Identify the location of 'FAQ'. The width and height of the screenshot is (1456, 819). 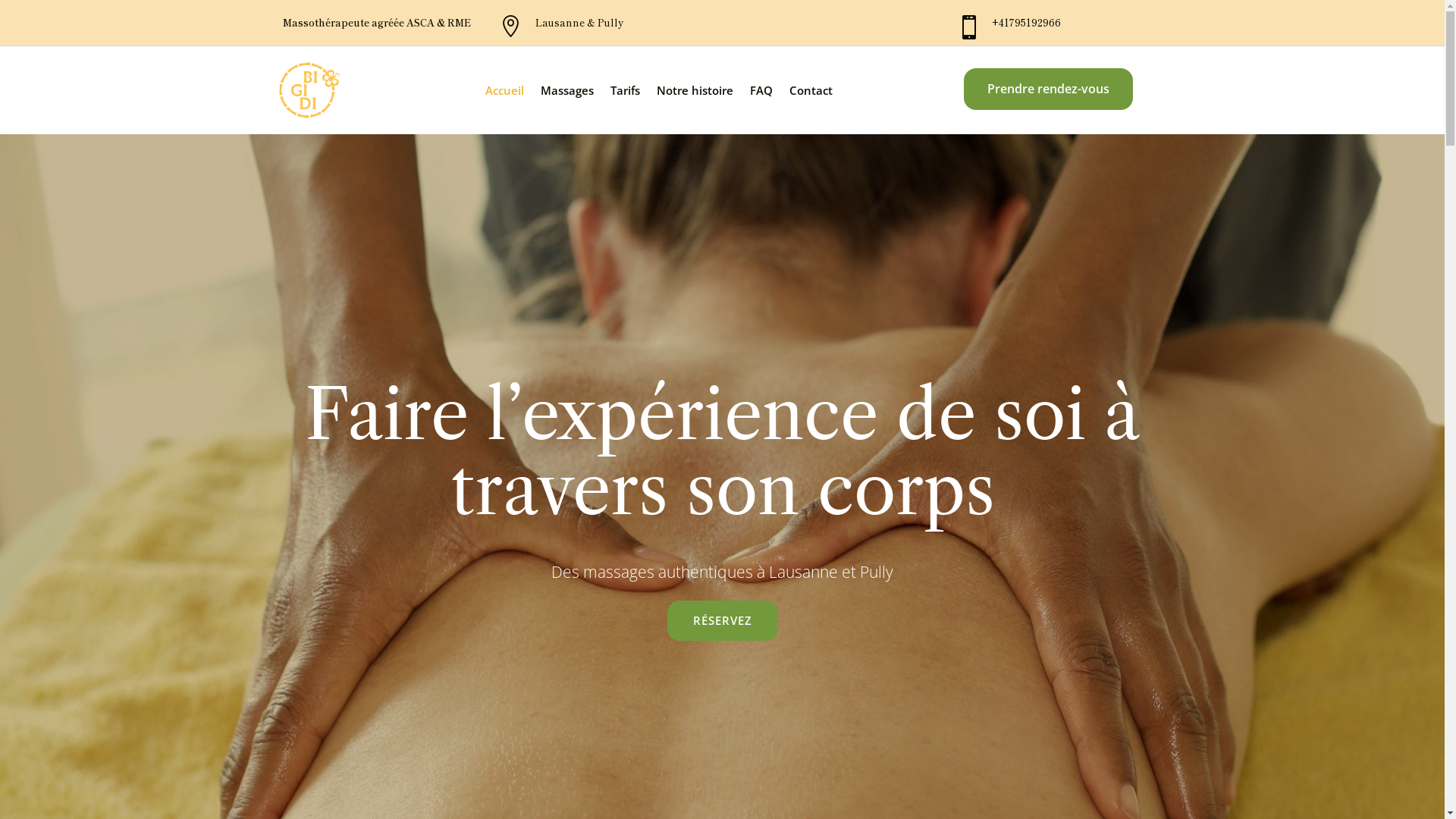
(761, 90).